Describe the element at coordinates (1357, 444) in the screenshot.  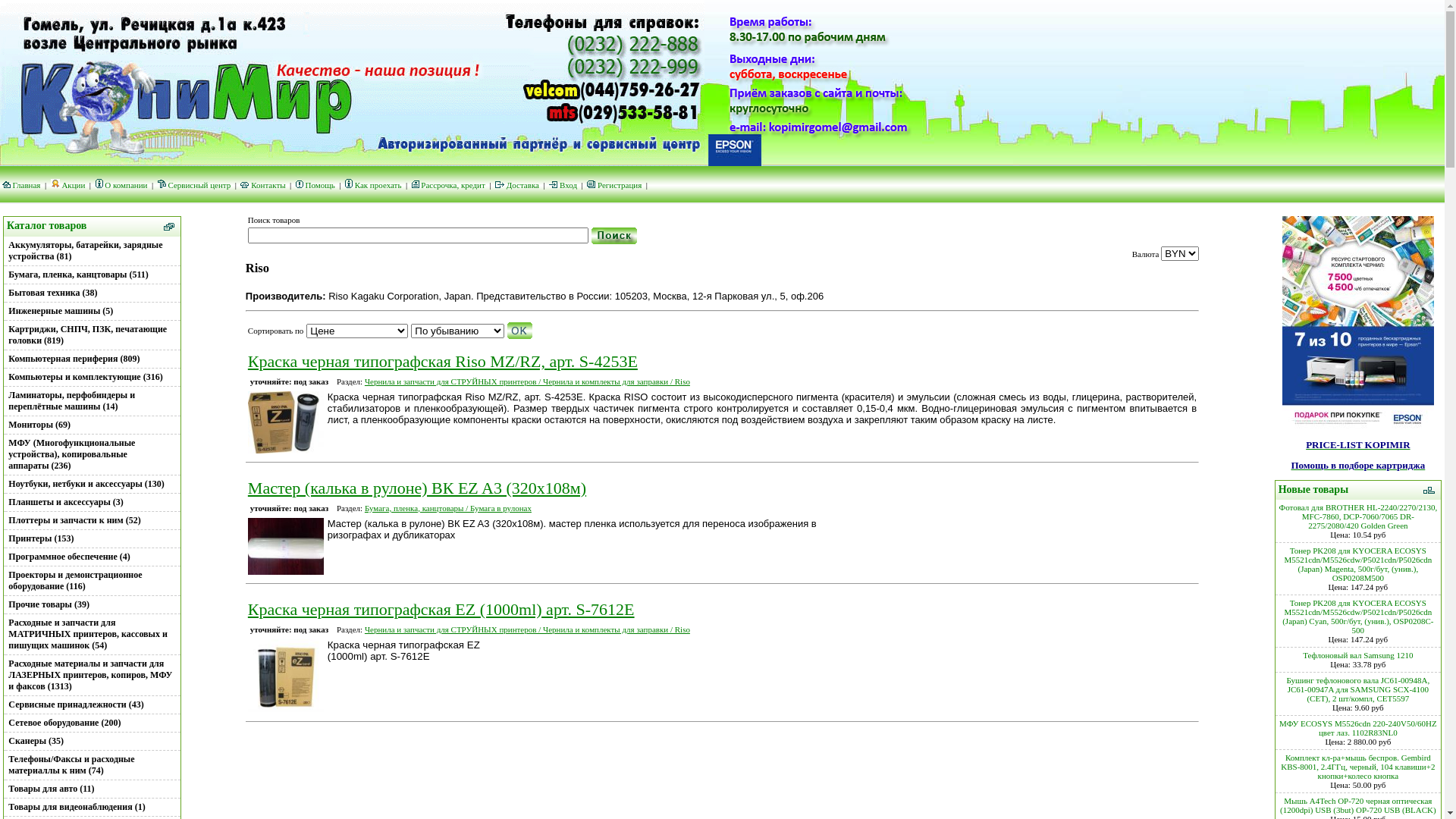
I see `'PRICE-LIST KOPIMIR'` at that location.